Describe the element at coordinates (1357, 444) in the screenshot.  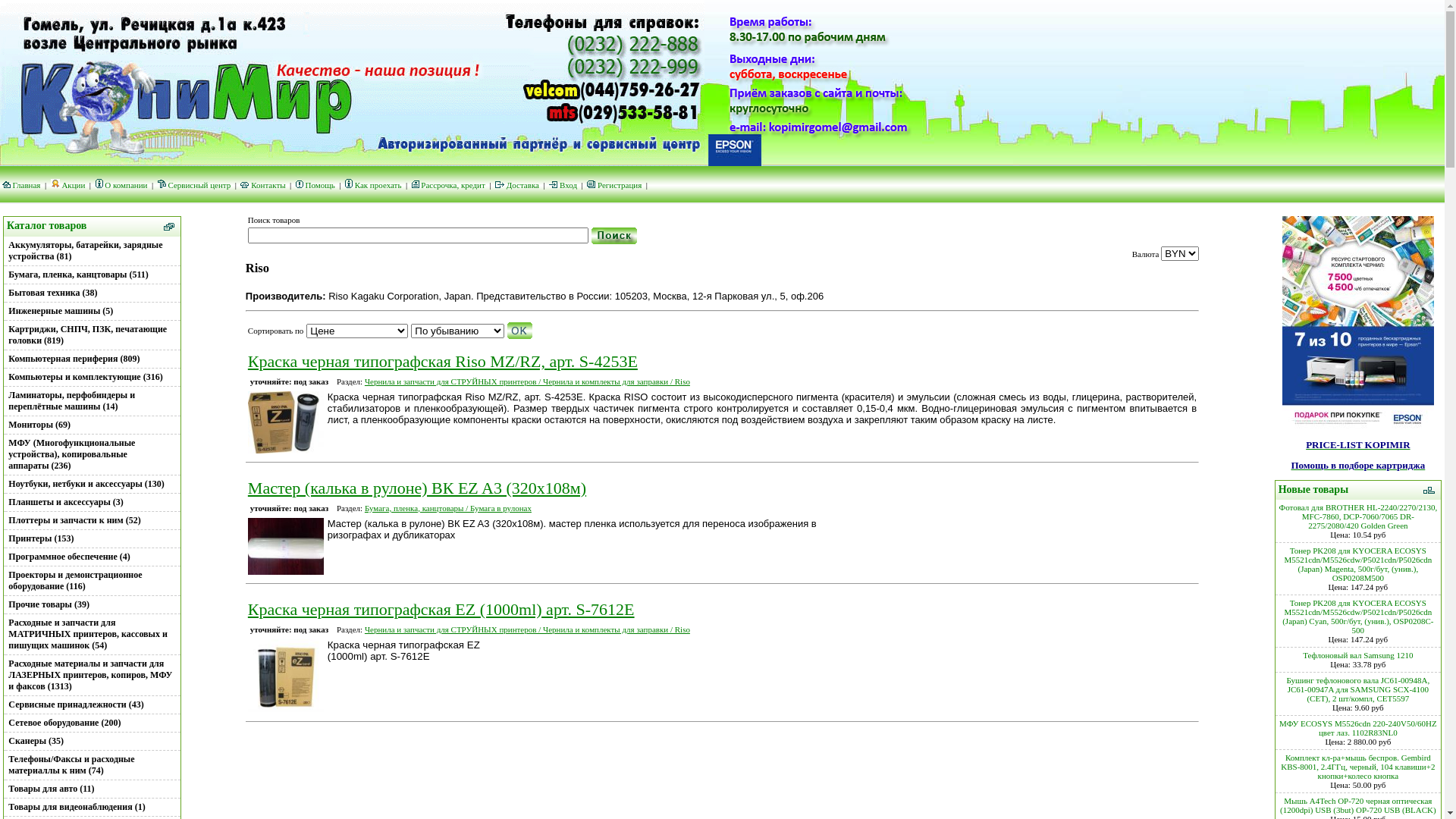
I see `'PRICE-LIST KOPIMIR'` at that location.